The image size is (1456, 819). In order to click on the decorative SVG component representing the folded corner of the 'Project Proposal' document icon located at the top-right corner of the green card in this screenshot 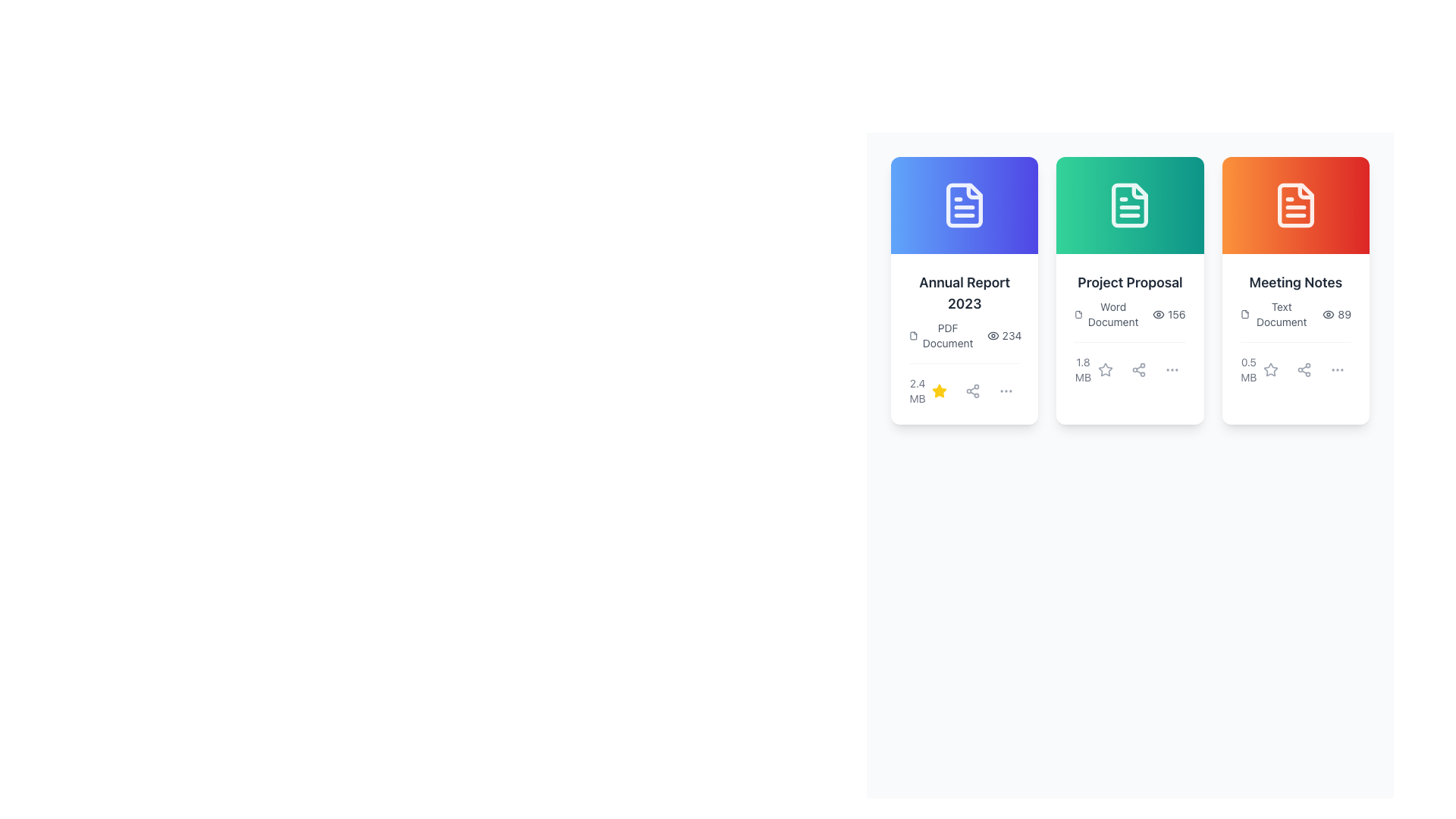, I will do `click(1140, 190)`.